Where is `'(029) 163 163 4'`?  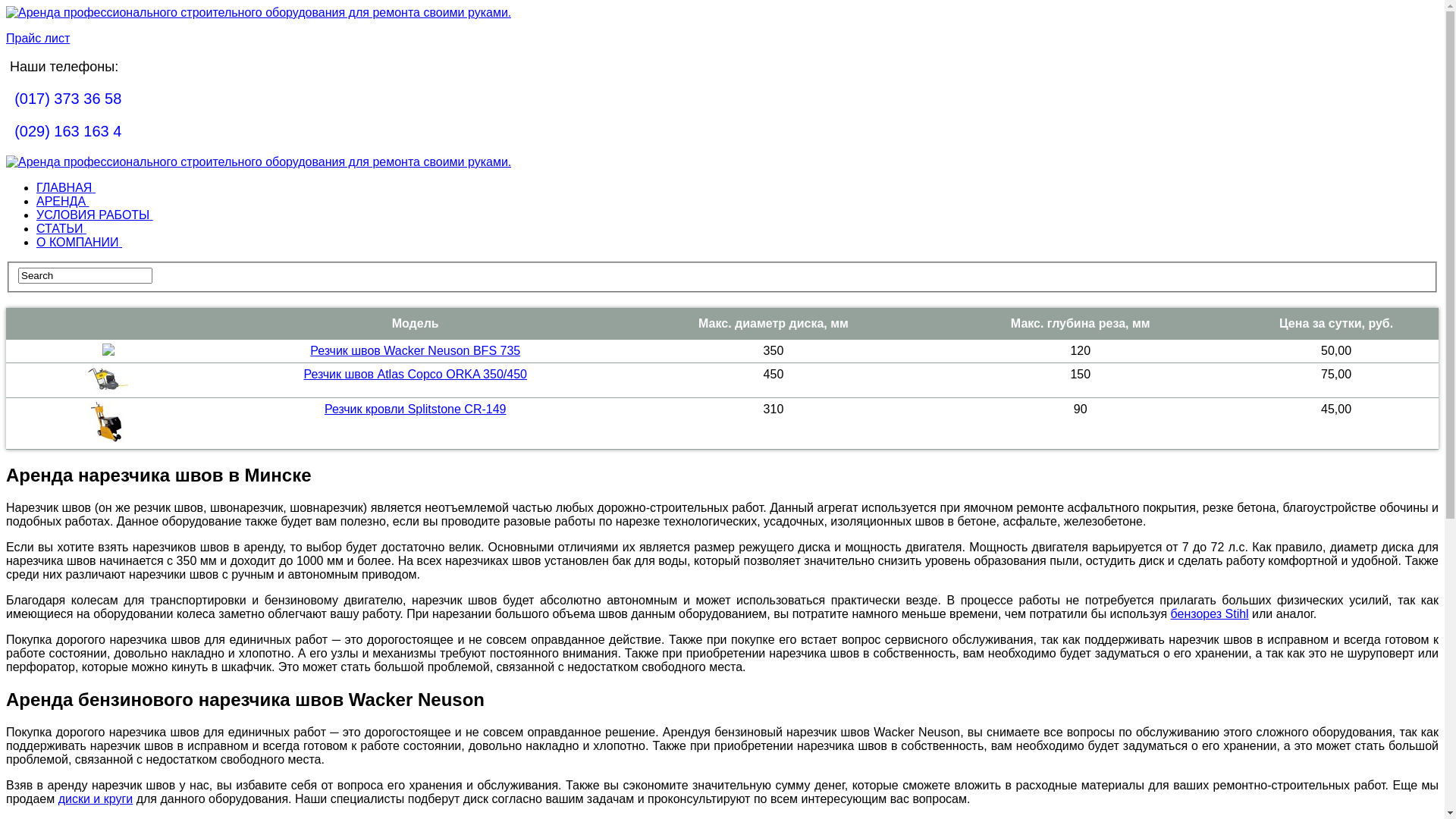 '(029) 163 163 4' is located at coordinates (67, 130).